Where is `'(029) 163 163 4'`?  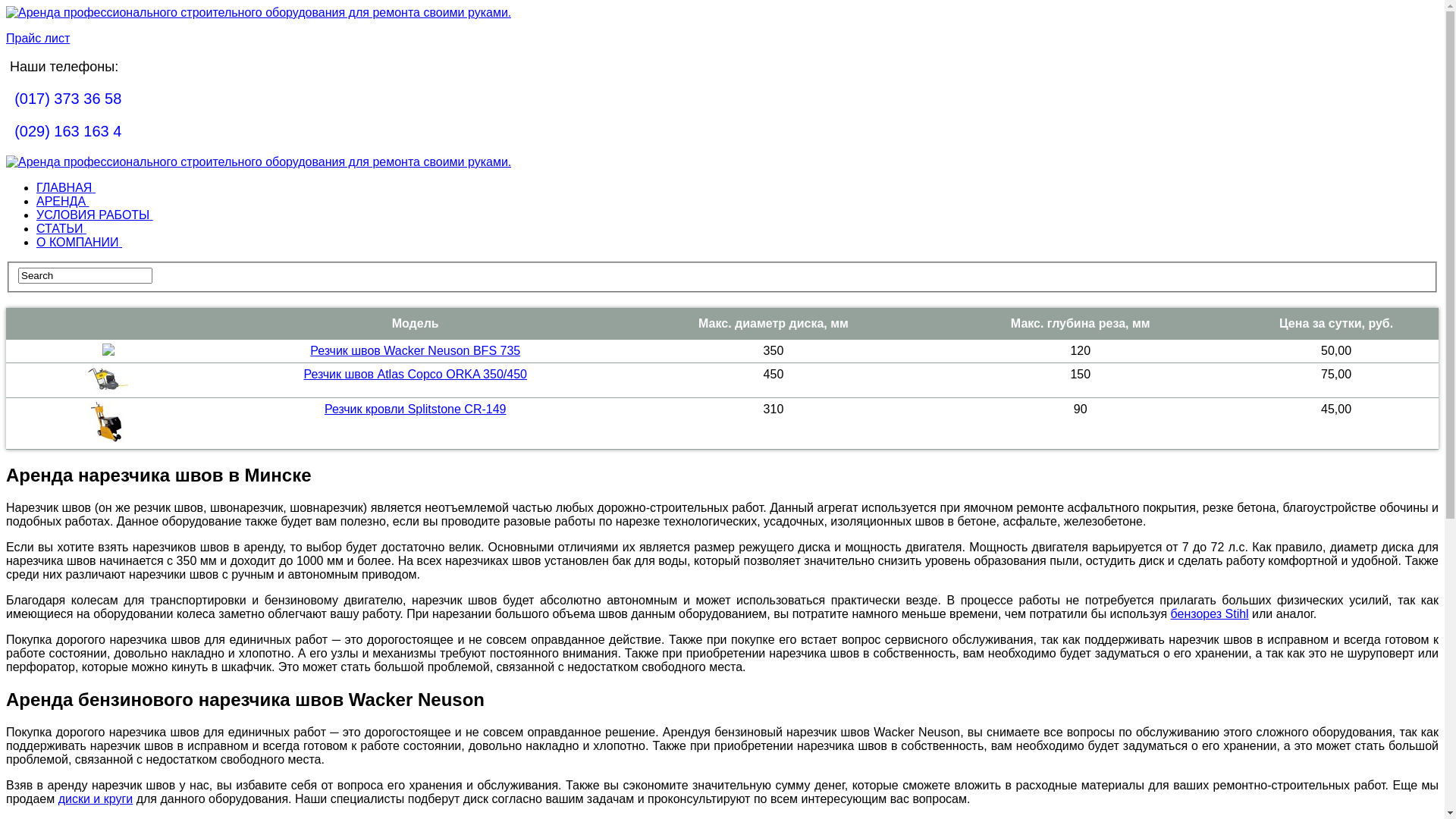 '(029) 163 163 4' is located at coordinates (67, 130).